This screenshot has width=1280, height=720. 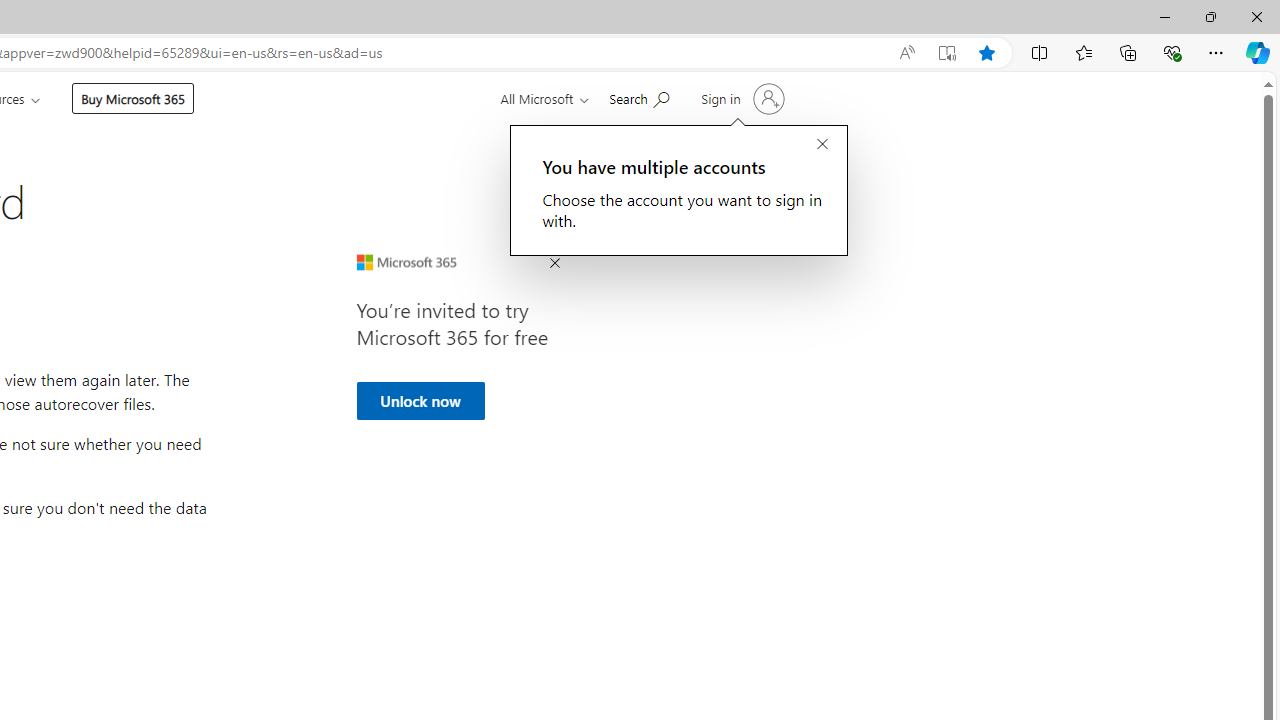 I want to click on 'Buy Microsoft 365', so click(x=132, y=98).